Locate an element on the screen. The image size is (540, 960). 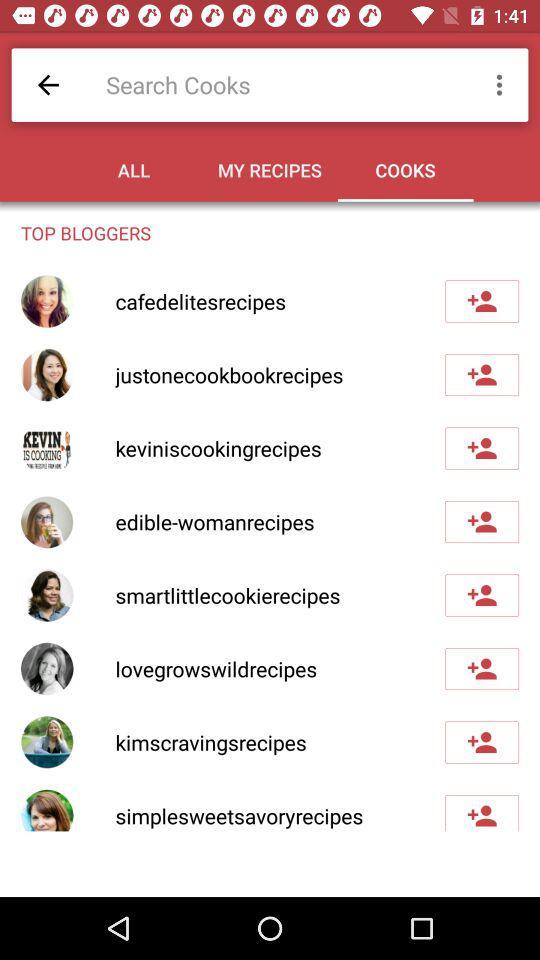
follow blogger is located at coordinates (481, 373).